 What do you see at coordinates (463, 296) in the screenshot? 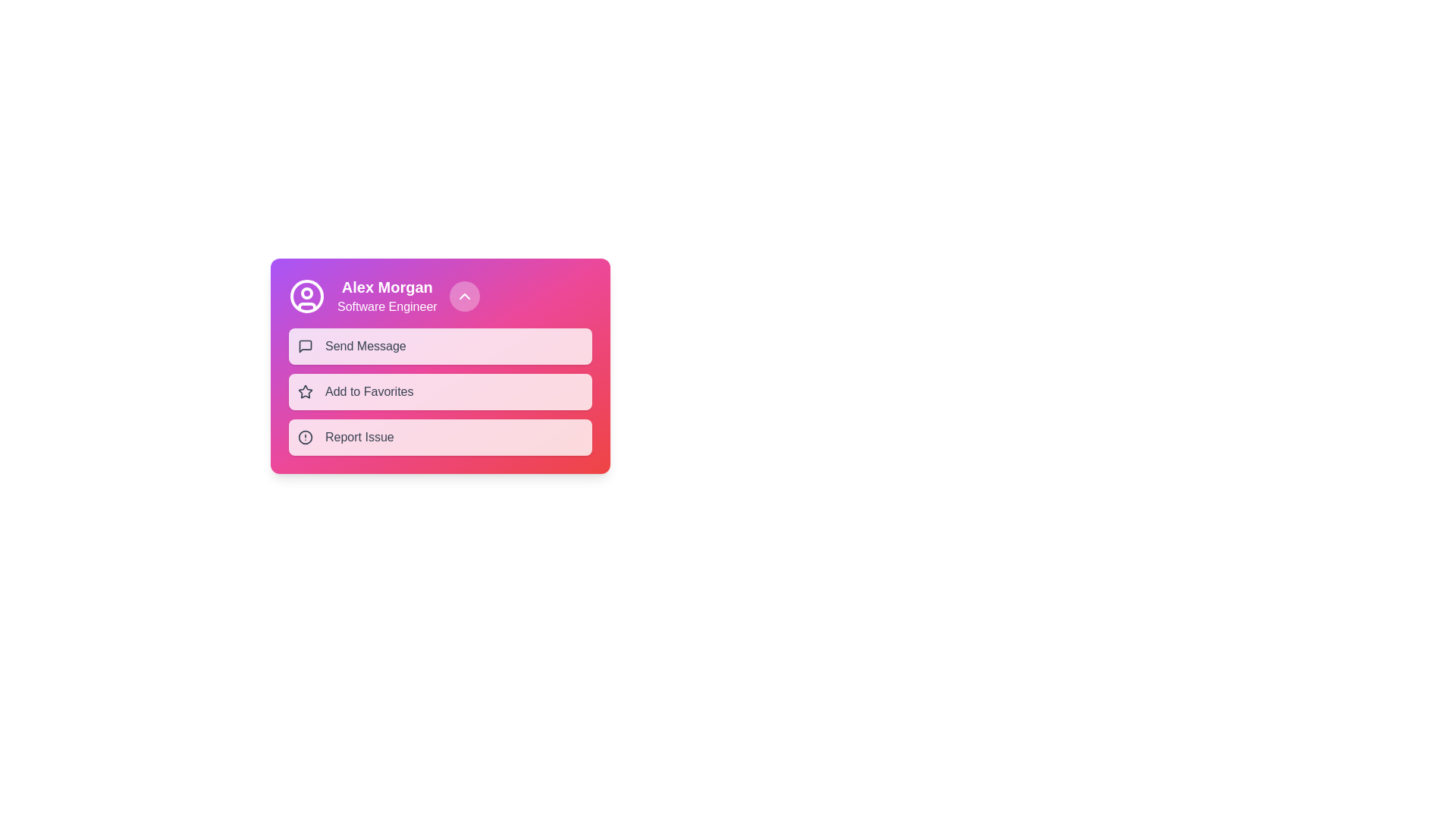
I see `the button located to the right of 'Alex Morgan' and above 'Software Engineer'` at bounding box center [463, 296].